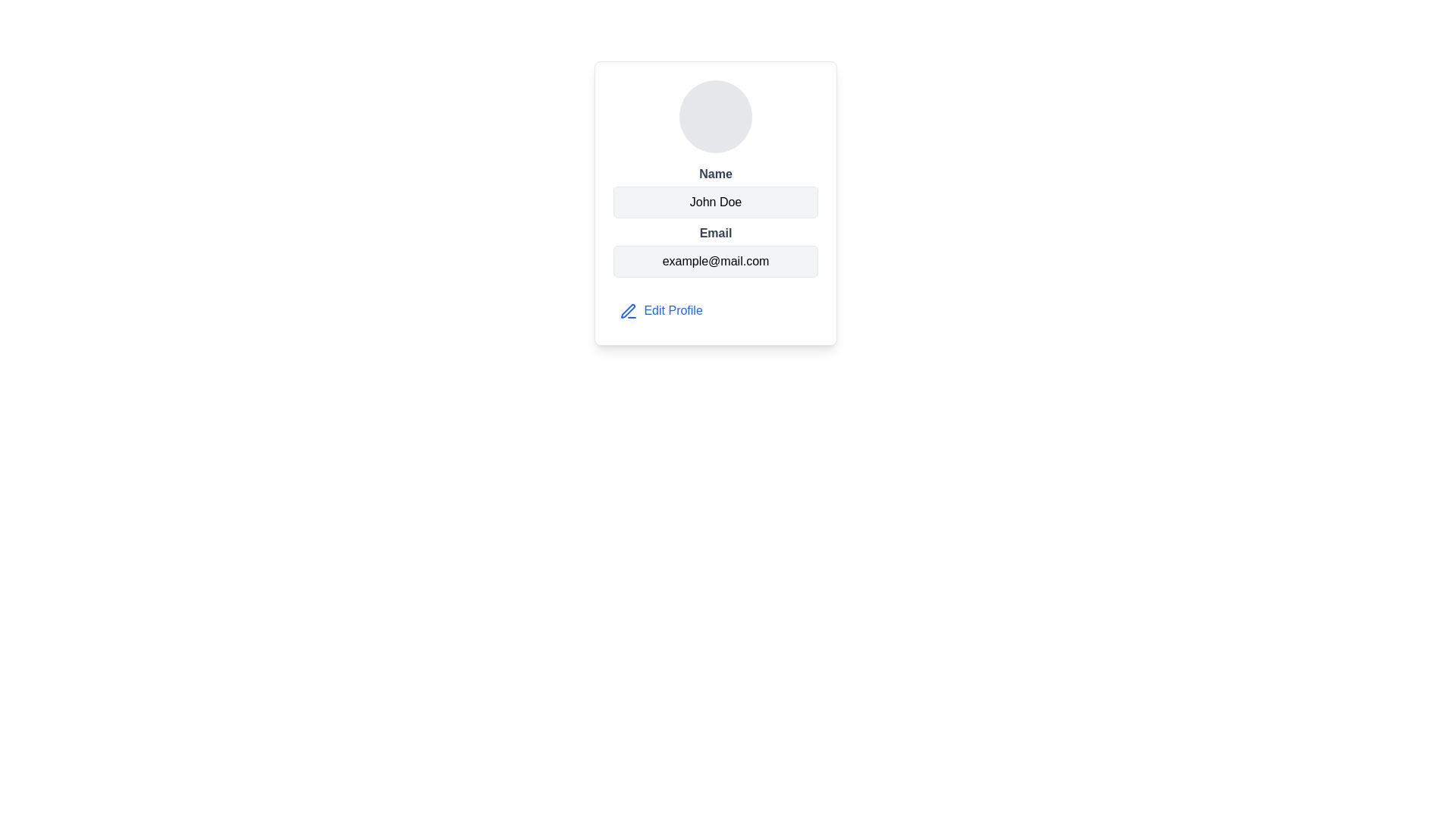  Describe the element at coordinates (715, 202) in the screenshot. I see `text content displayed in the Text Display Box that shows the user's name 'John Doe', which is located below the label 'Name' on the white card interface` at that location.